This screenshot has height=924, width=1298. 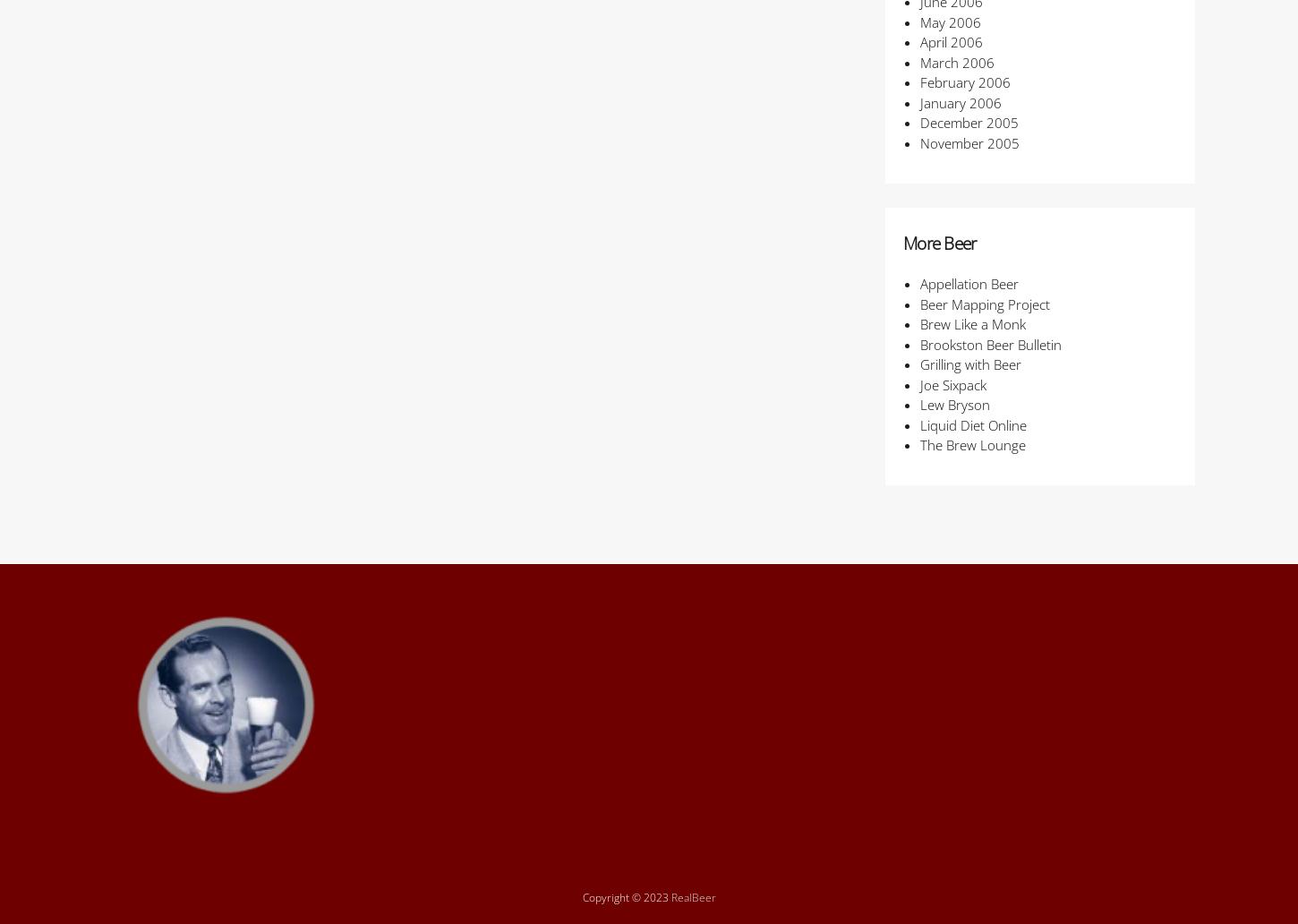 What do you see at coordinates (949, 21) in the screenshot?
I see `'May 2006'` at bounding box center [949, 21].